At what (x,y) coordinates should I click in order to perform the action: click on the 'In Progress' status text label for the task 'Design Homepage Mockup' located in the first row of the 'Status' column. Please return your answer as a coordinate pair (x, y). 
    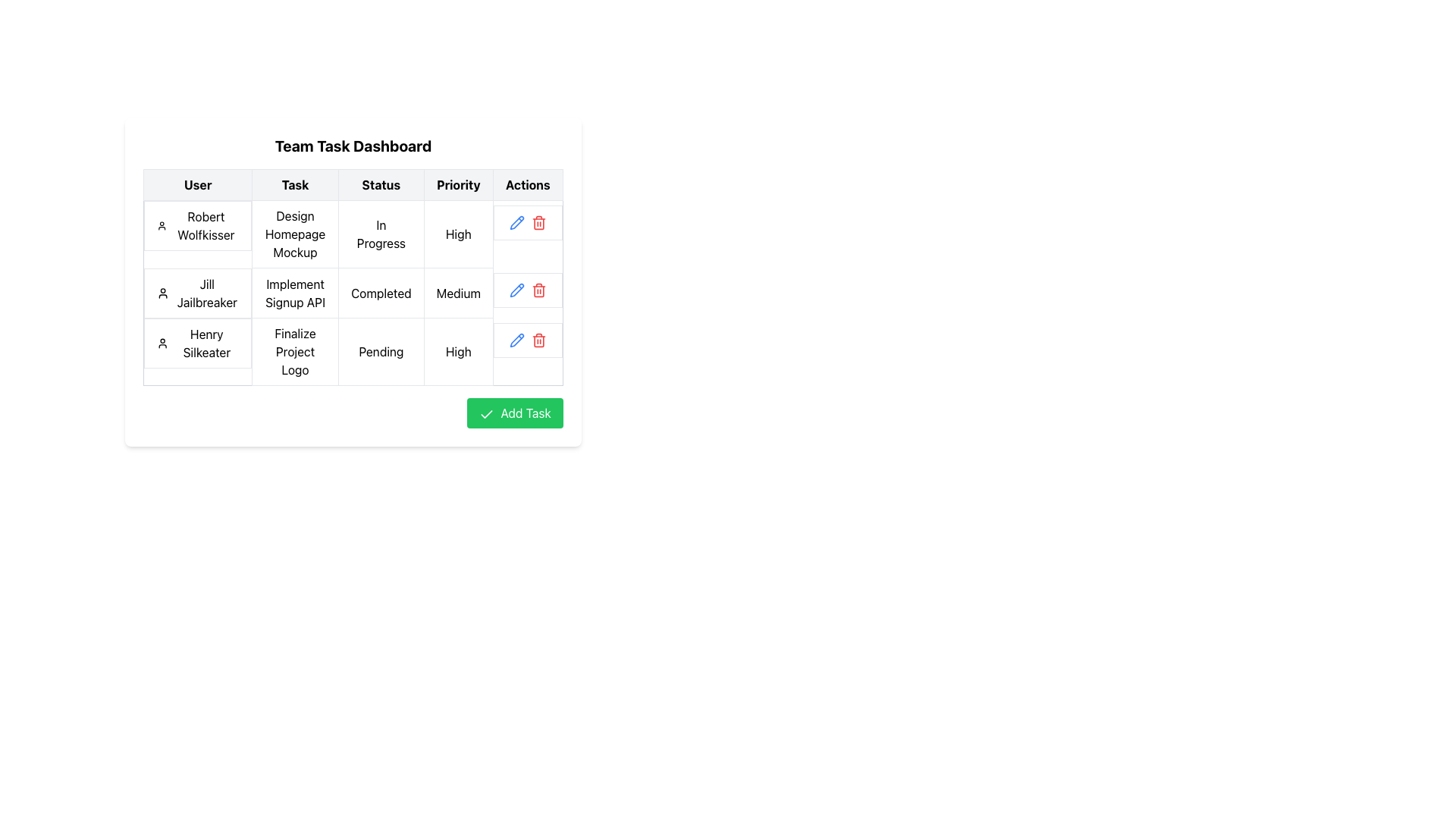
    Looking at the image, I should click on (381, 234).